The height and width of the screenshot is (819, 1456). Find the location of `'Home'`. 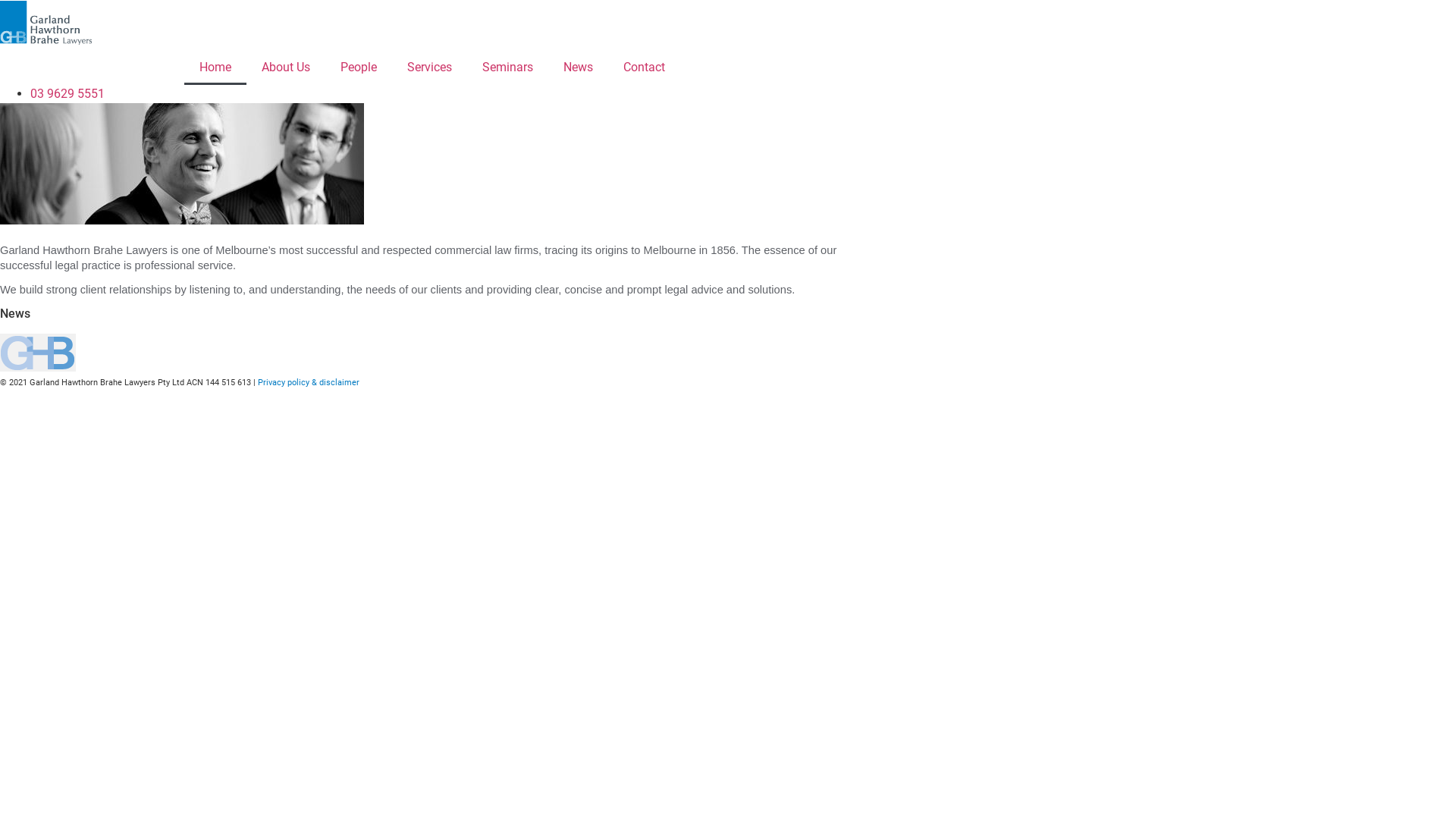

'Home' is located at coordinates (214, 66).